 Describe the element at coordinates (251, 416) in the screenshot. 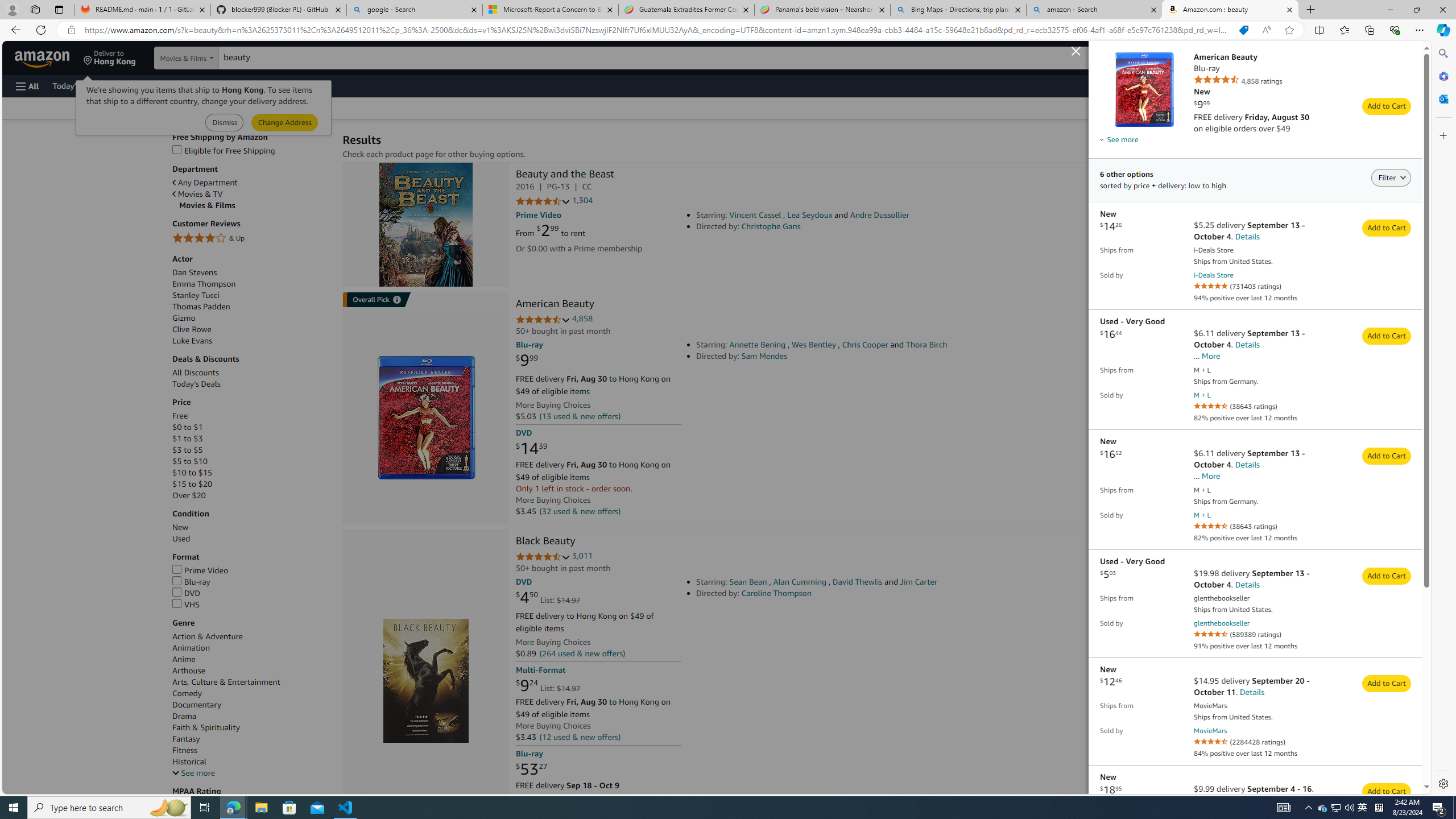

I see `'Free'` at that location.